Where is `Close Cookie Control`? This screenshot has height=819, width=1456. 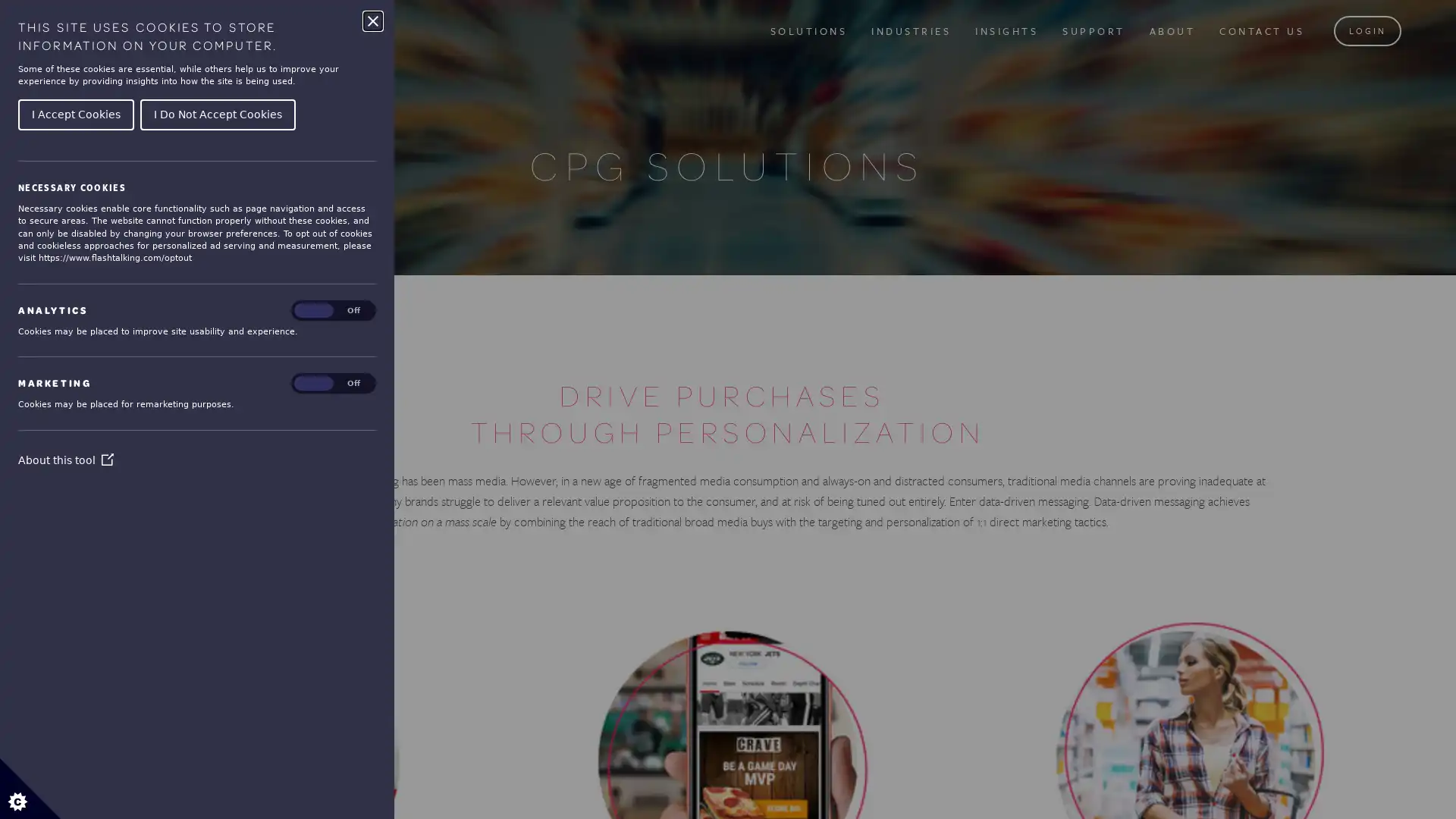
Close Cookie Control is located at coordinates (372, 20).